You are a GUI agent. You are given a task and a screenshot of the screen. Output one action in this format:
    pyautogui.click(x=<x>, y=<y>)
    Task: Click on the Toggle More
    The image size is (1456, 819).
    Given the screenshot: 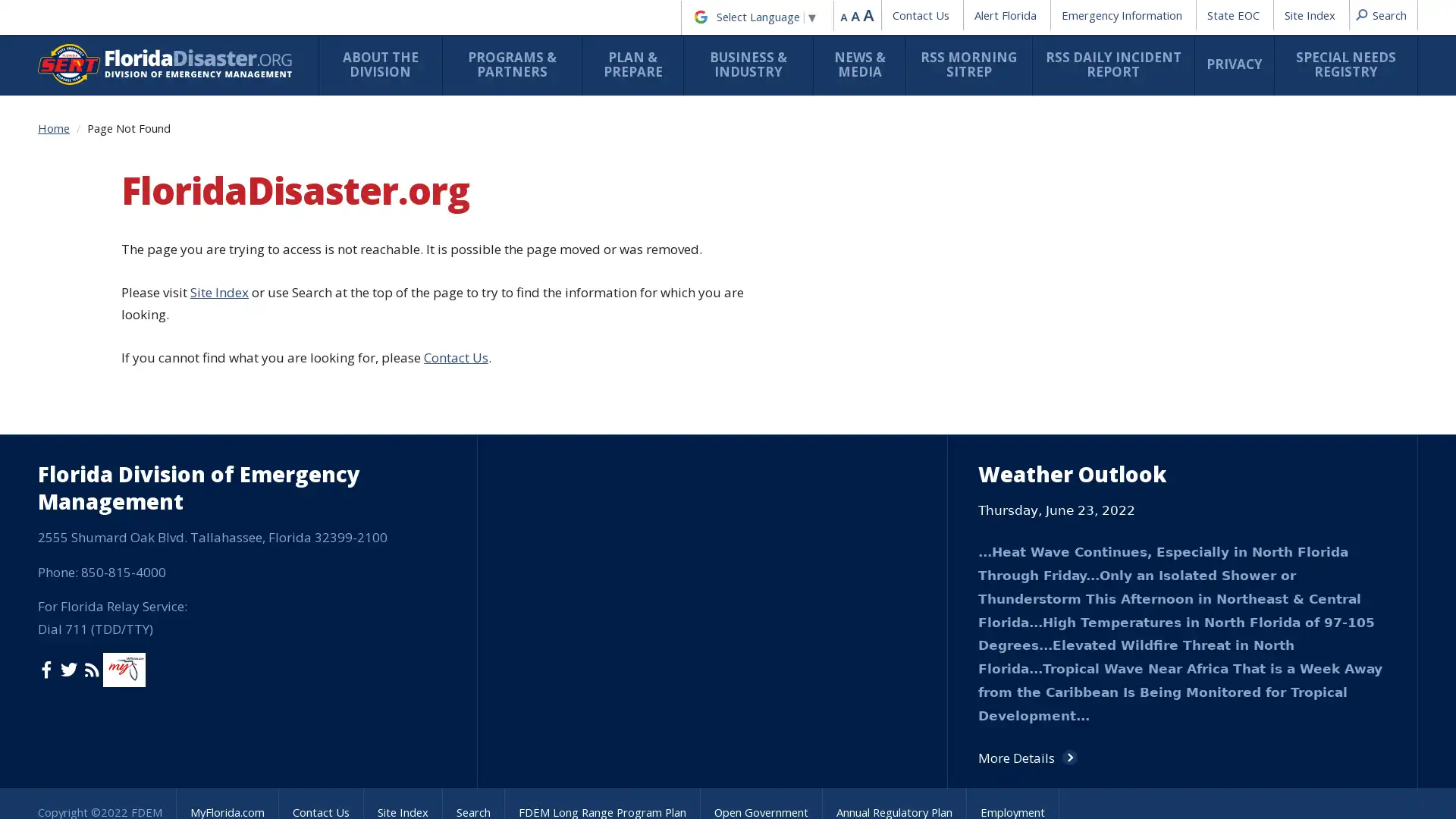 What is the action you would take?
    pyautogui.click(x=455, y=236)
    